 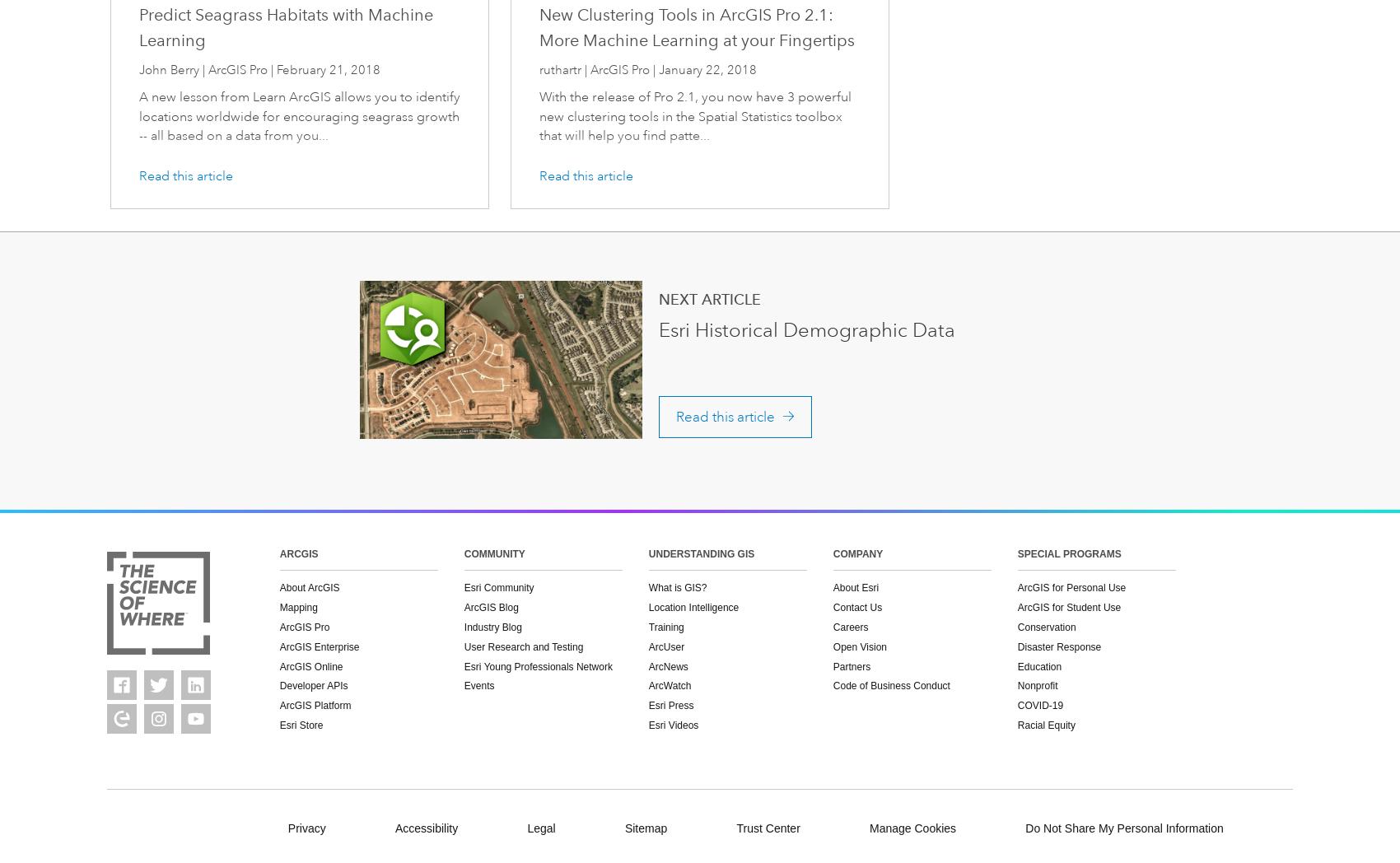 I want to click on 'Special Programs', so click(x=1068, y=553).